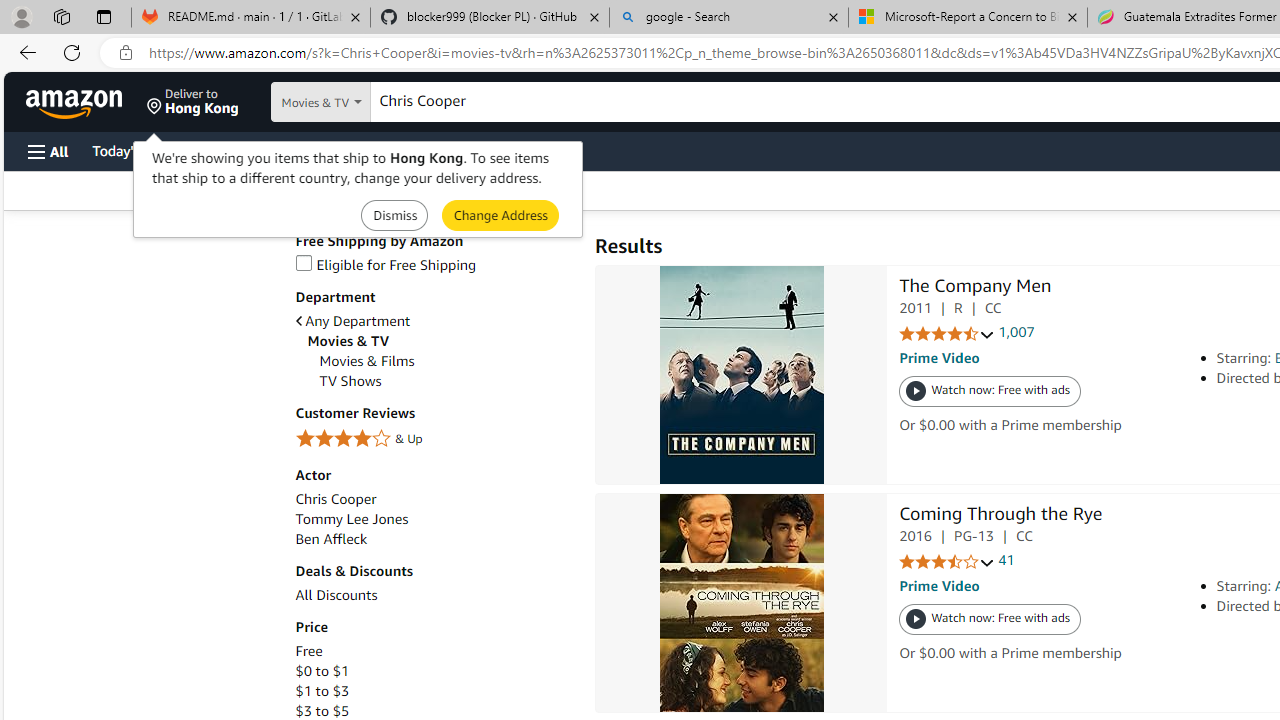 The image size is (1280, 720). I want to click on '4.4 out of 5 stars', so click(946, 333).